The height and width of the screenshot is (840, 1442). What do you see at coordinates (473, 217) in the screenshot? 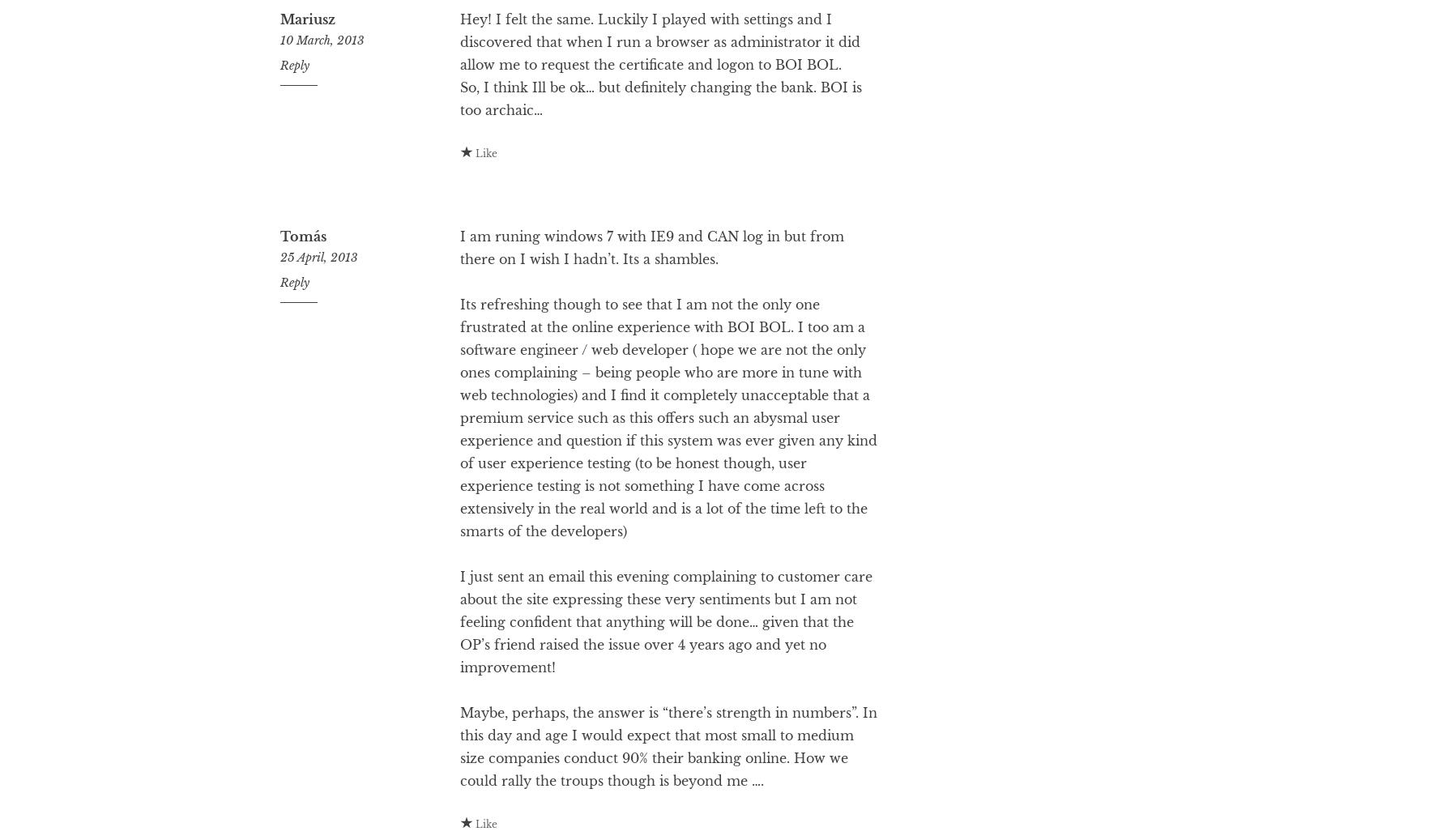
I see `'Like'` at bounding box center [473, 217].